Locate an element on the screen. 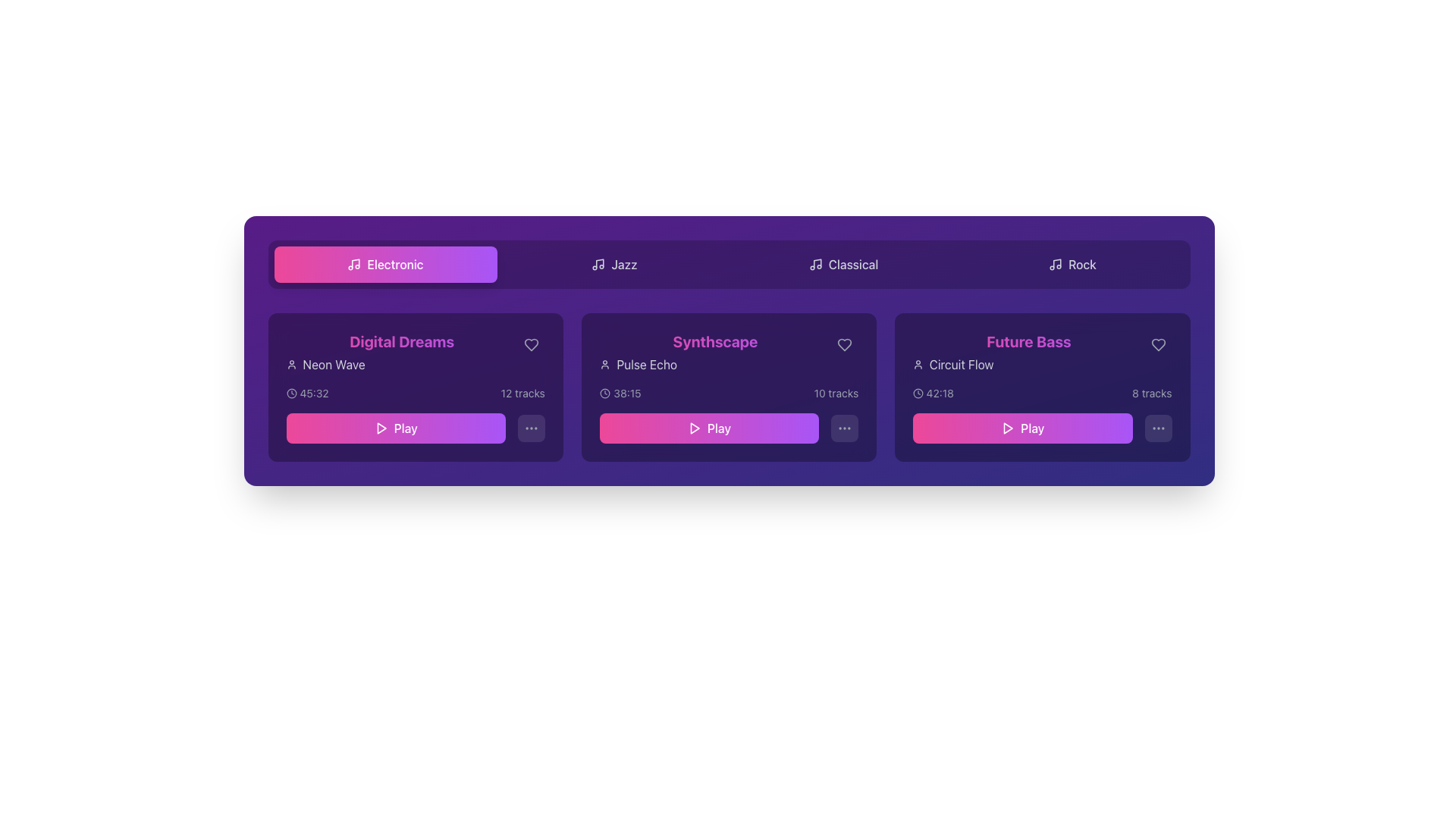  the heart icon located at the top-right corner of the second 'Synthscape' music card is located at coordinates (844, 345).